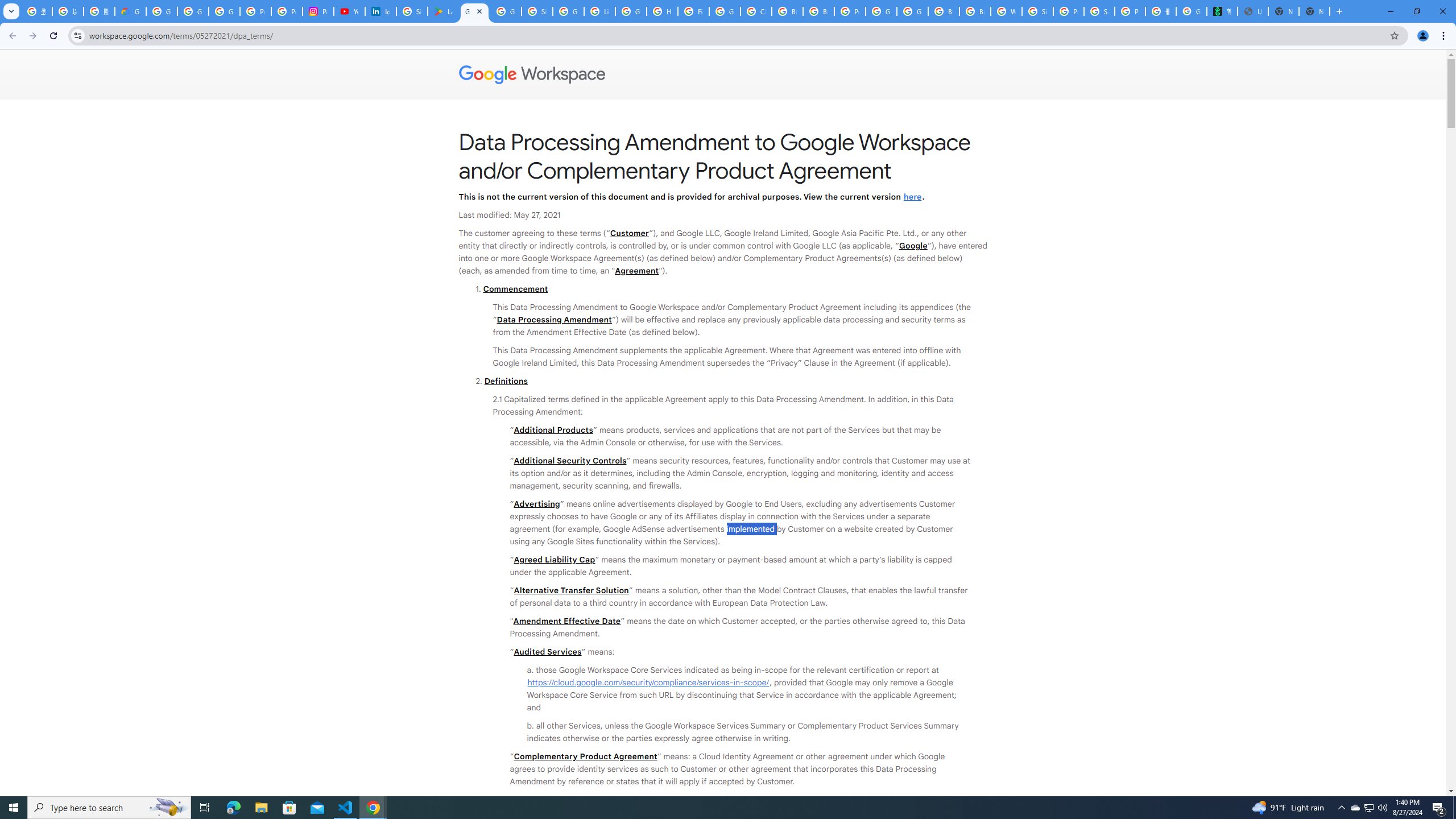 The image size is (1456, 819). Describe the element at coordinates (442, 11) in the screenshot. I see `'Last Shelter: Survival - Apps on Google Play'` at that location.